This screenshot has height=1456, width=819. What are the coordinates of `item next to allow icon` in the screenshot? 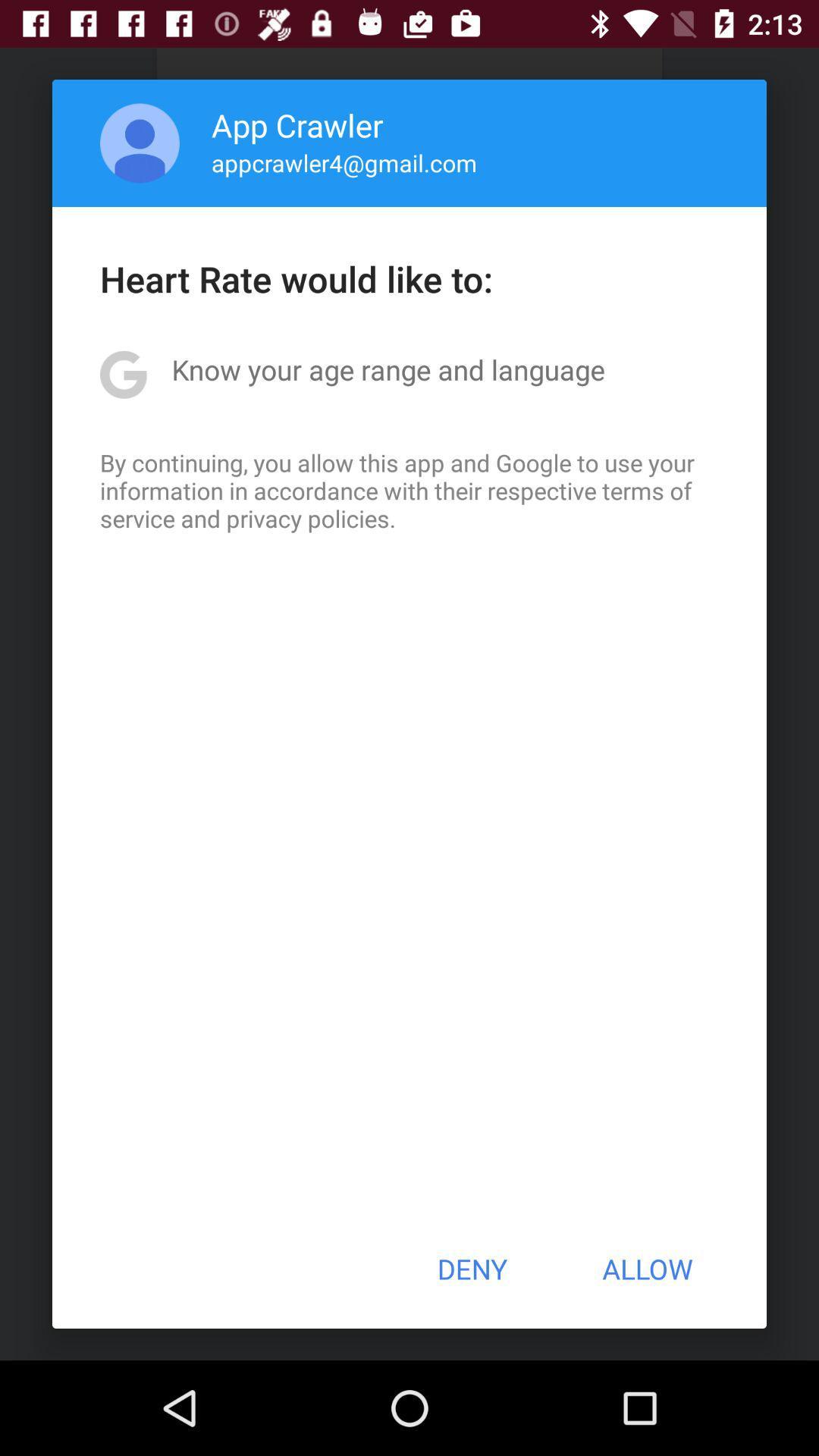 It's located at (471, 1269).